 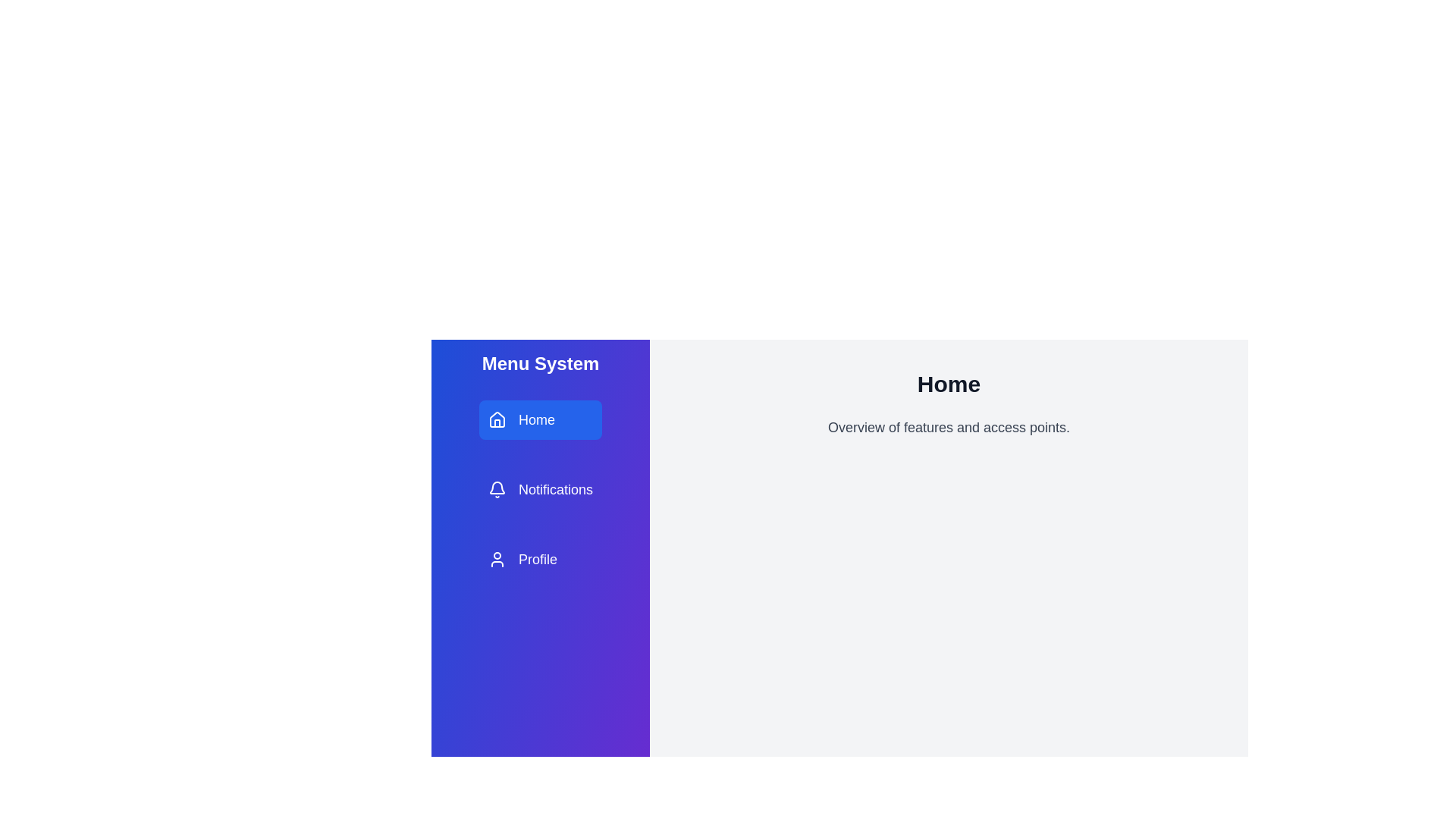 What do you see at coordinates (540, 489) in the screenshot?
I see `the menu item Notifications from the available options` at bounding box center [540, 489].